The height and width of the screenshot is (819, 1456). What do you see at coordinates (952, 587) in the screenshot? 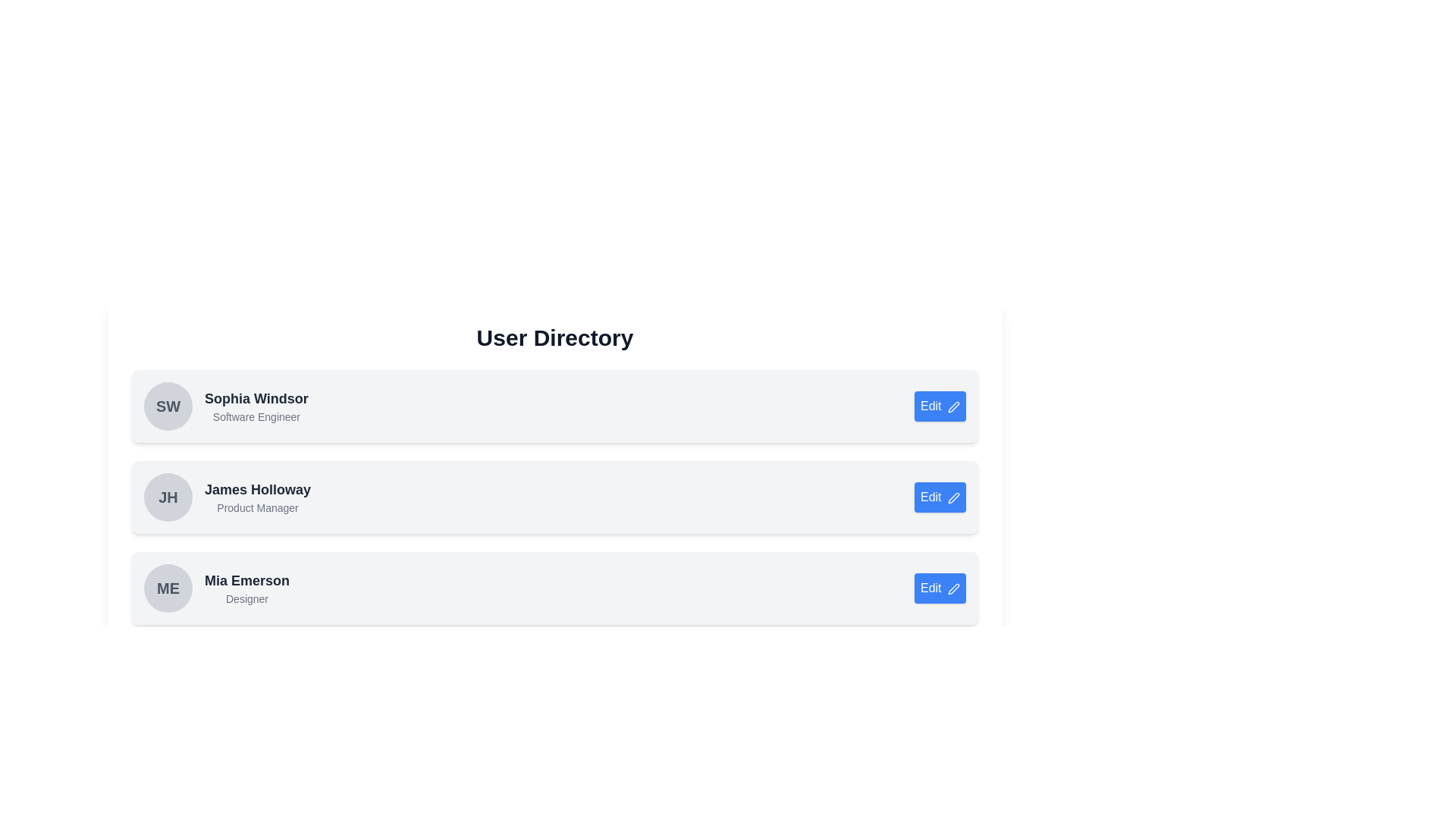
I see `the pen-shaped icon within the 'Edit' button of the third entry in the user directory list` at bounding box center [952, 587].